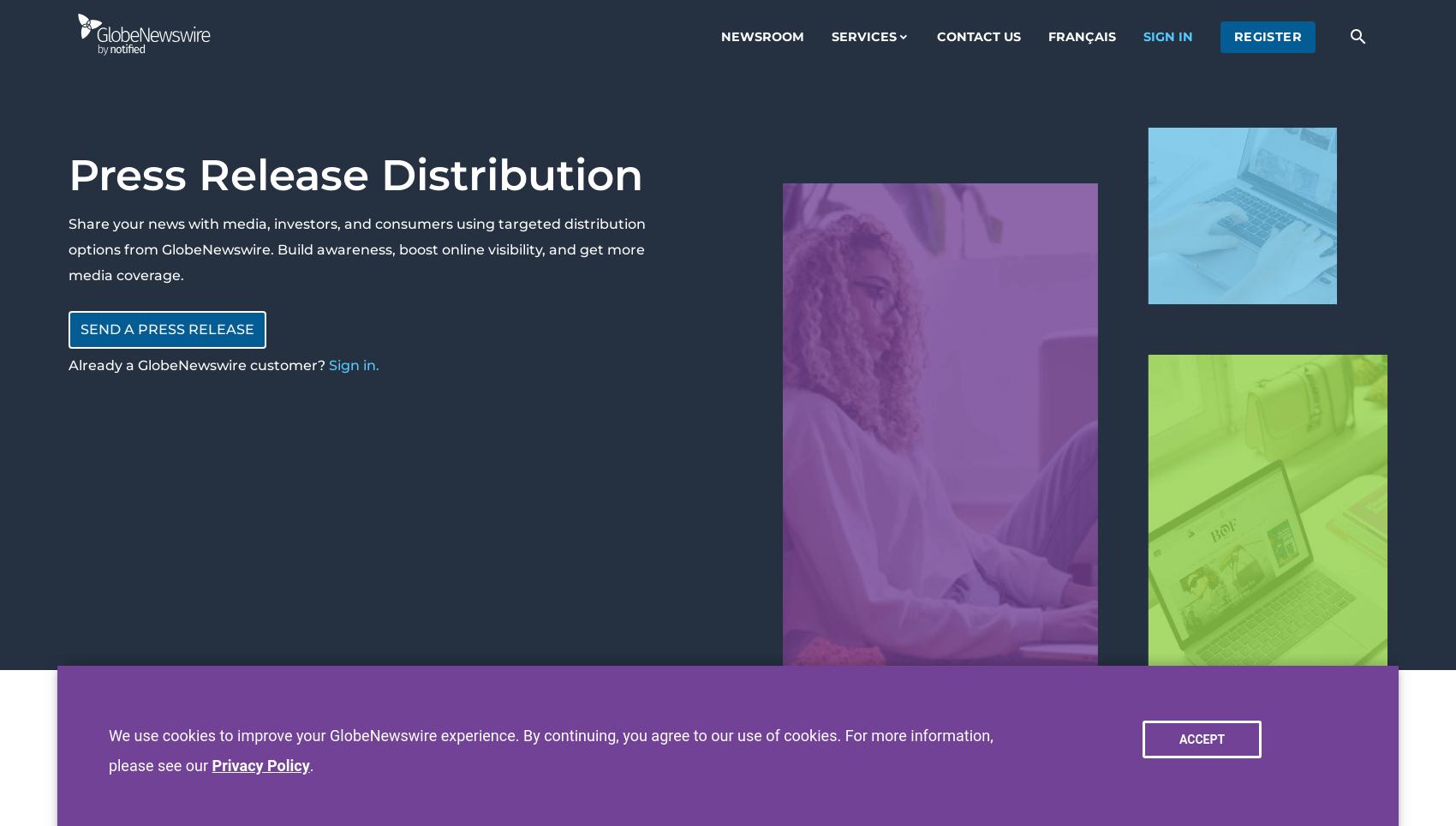 This screenshot has width=1456, height=826. Describe the element at coordinates (1167, 36) in the screenshot. I see `'sign in'` at that location.